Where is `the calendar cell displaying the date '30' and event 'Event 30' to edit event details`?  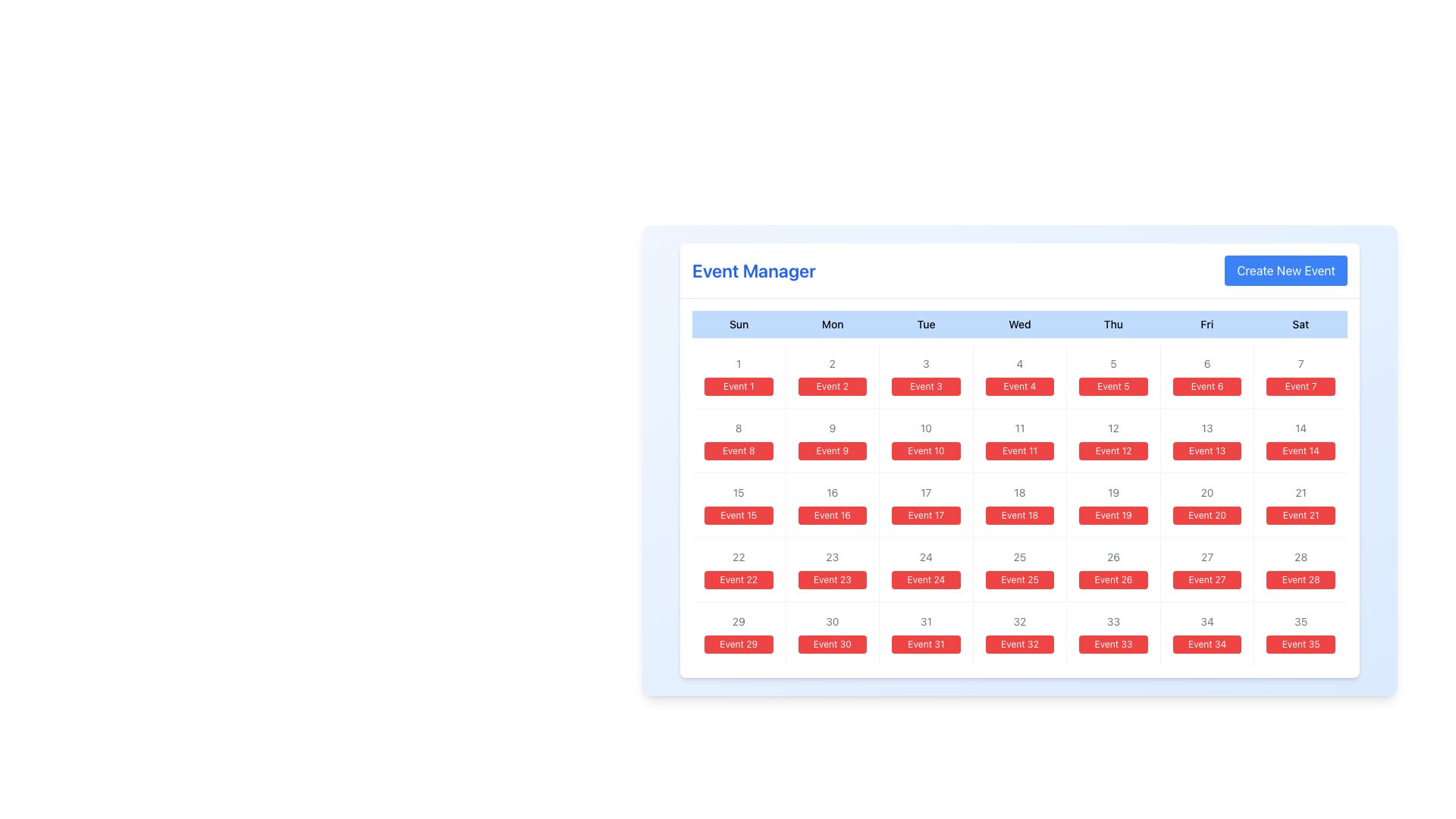
the calendar cell displaying the date '30' and event 'Event 30' to edit event details is located at coordinates (831, 634).